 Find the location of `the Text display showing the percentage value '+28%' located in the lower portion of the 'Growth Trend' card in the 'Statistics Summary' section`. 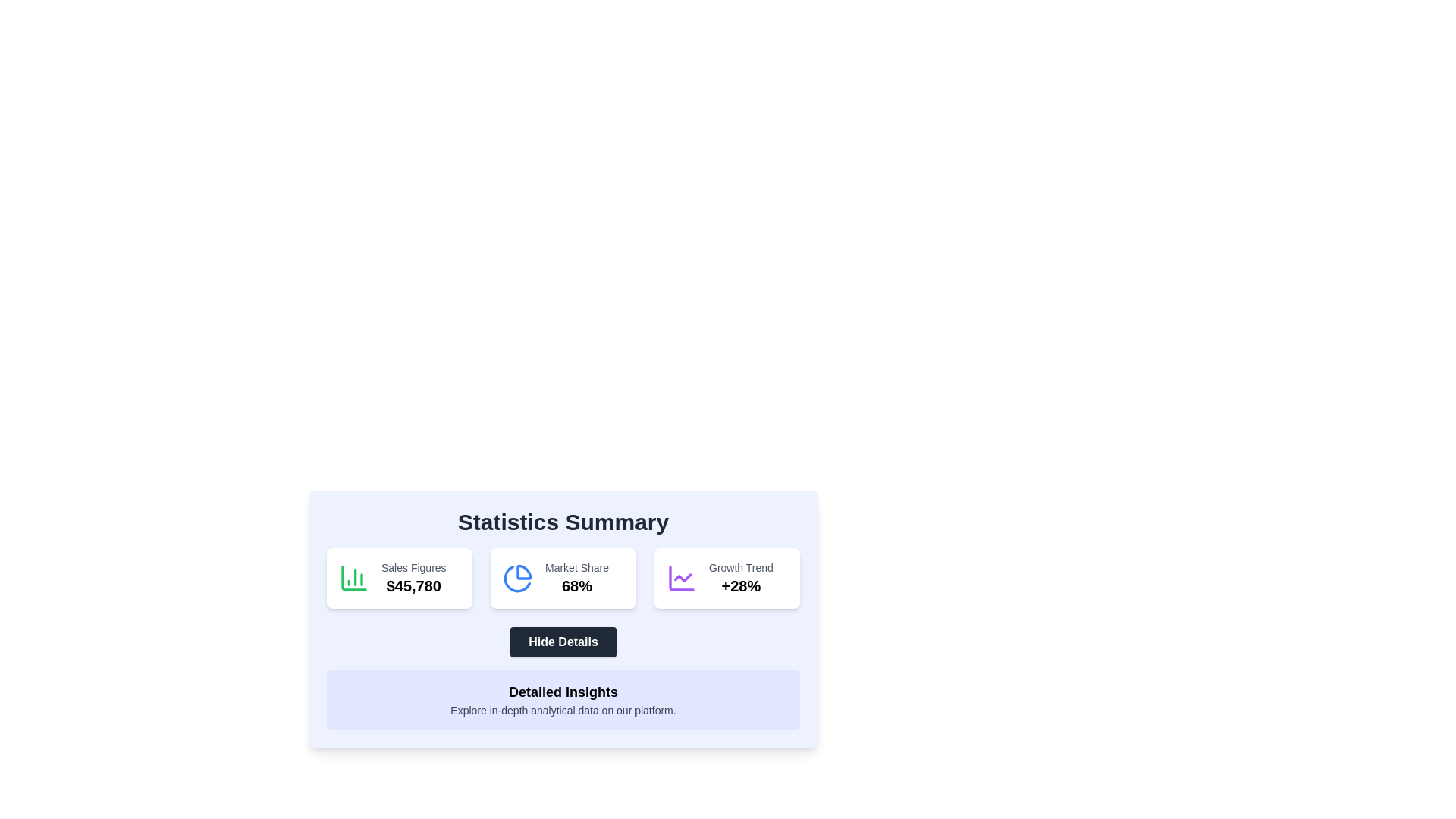

the Text display showing the percentage value '+28%' located in the lower portion of the 'Growth Trend' card in the 'Statistics Summary' section is located at coordinates (741, 585).